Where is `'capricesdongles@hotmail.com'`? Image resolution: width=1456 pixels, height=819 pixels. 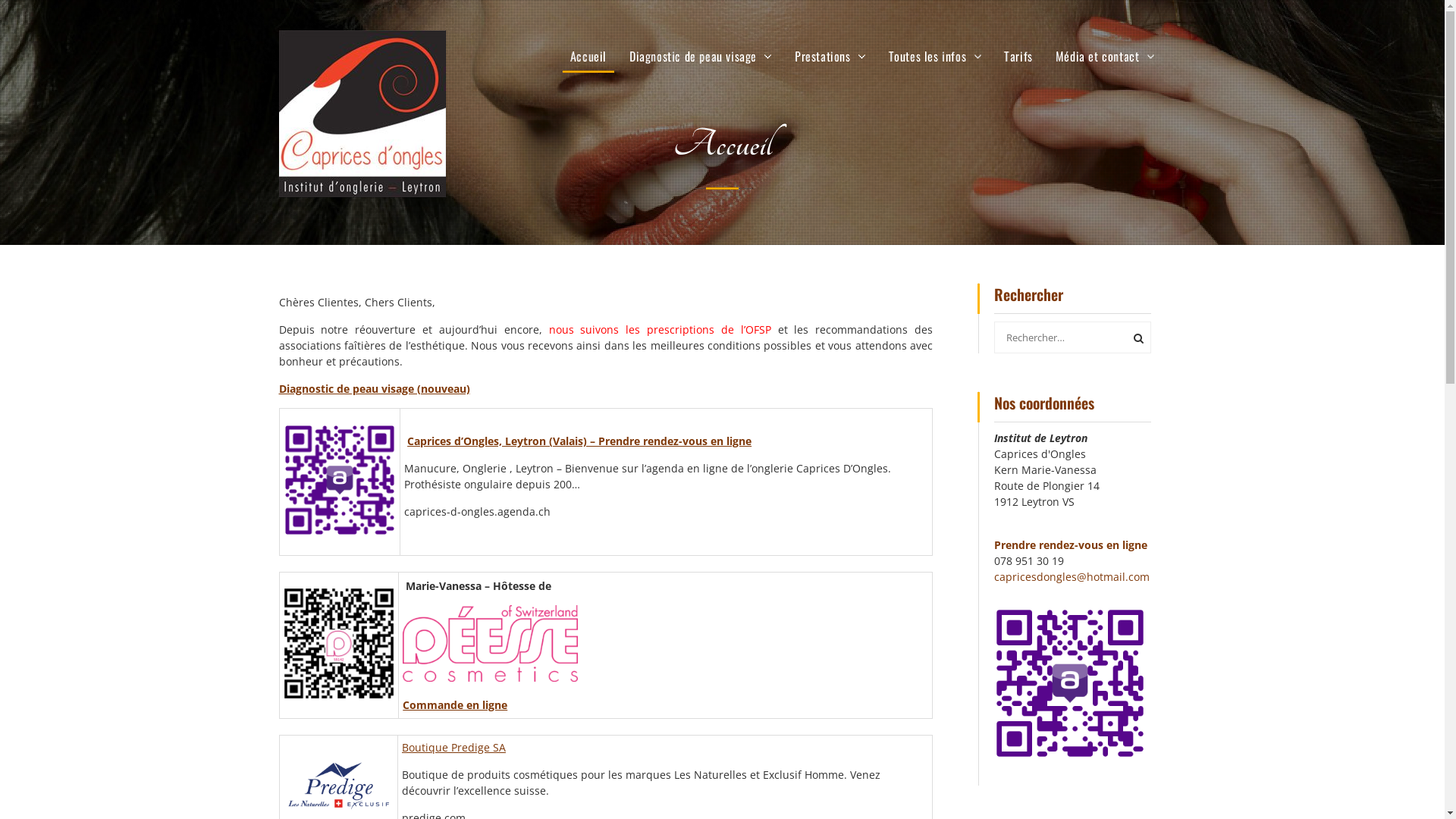 'capricesdongles@hotmail.com' is located at coordinates (1071, 576).